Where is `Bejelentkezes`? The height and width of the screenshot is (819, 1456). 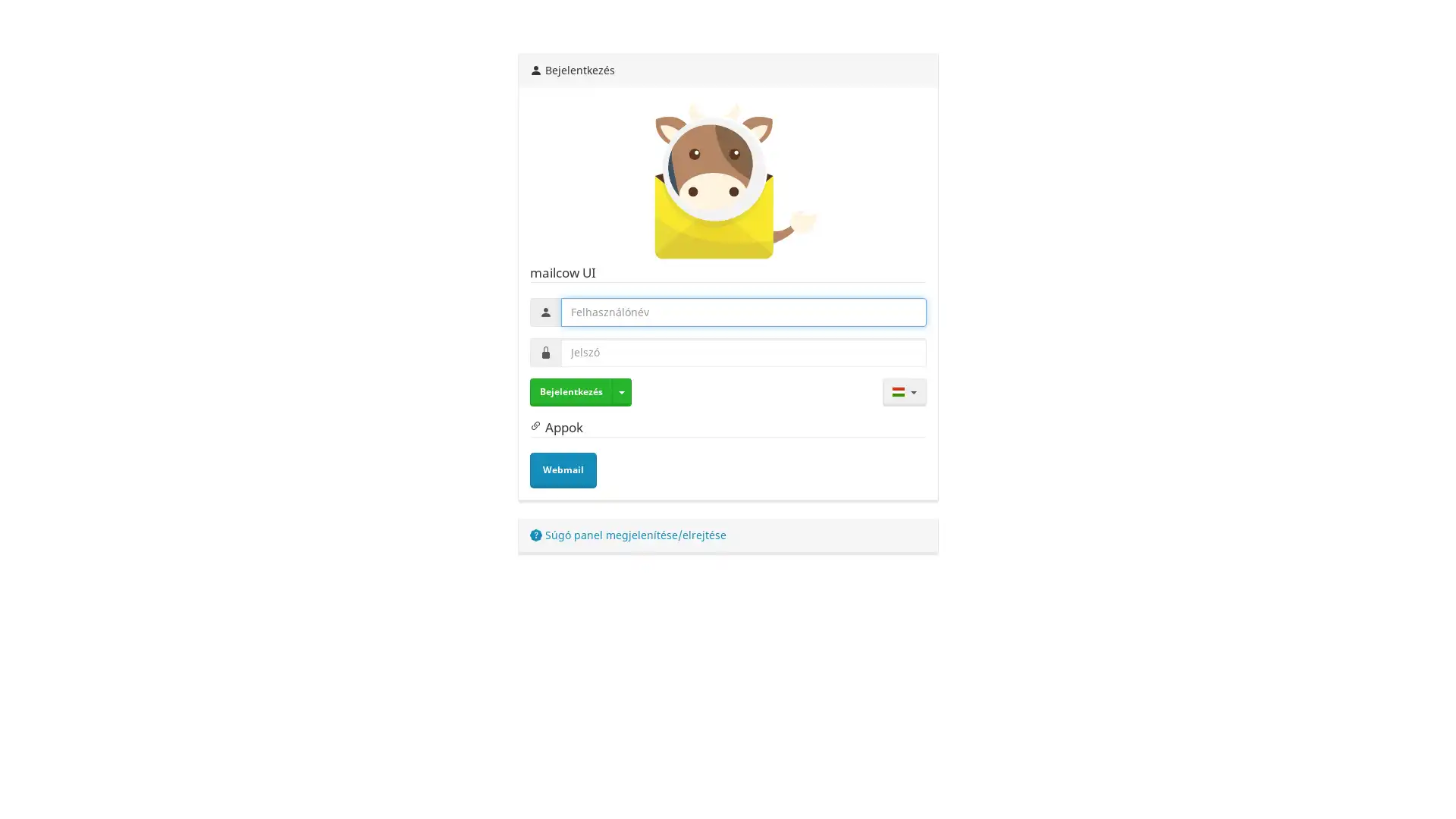 Bejelentkezes is located at coordinates (570, 391).